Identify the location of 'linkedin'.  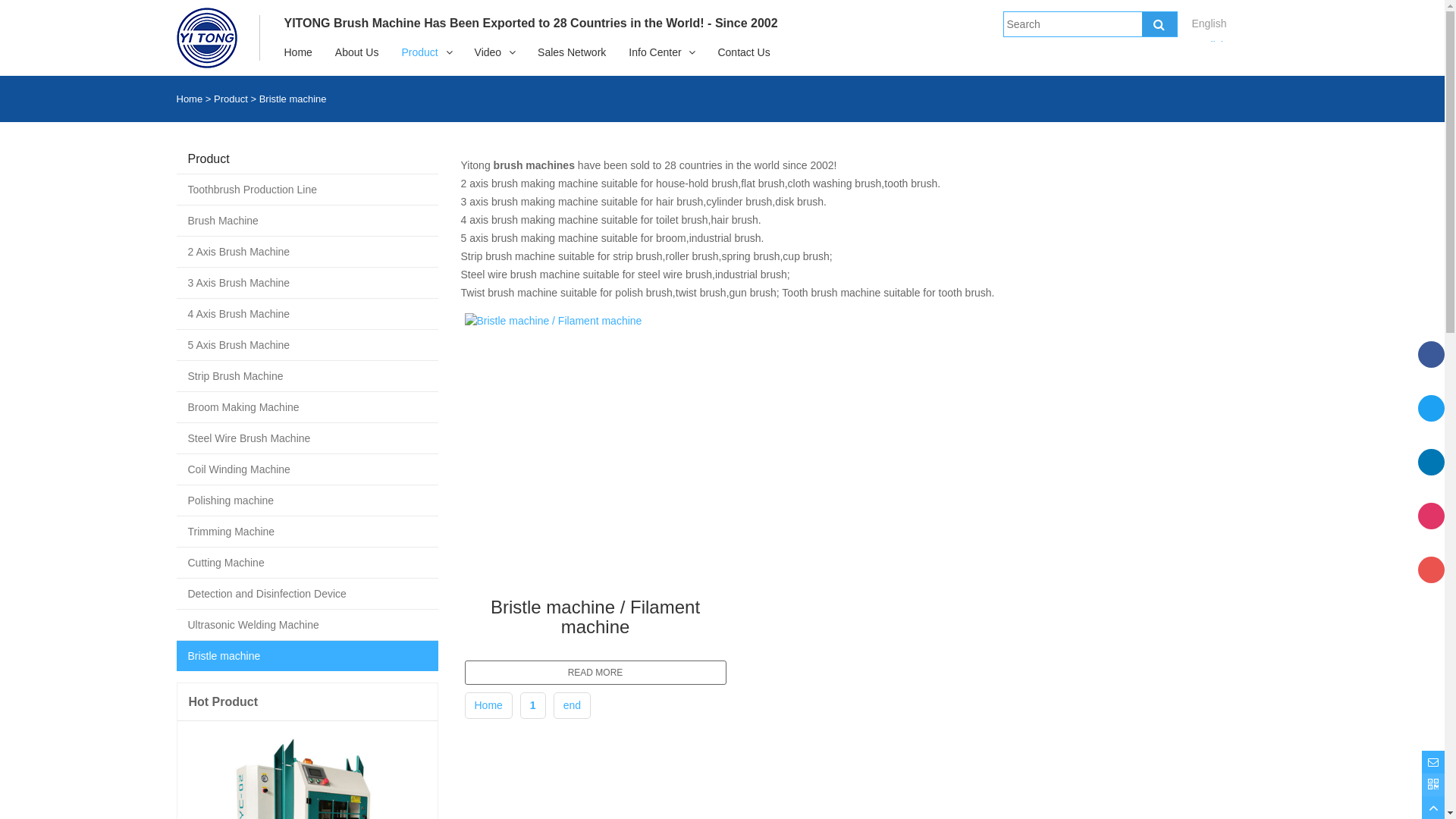
(1430, 475).